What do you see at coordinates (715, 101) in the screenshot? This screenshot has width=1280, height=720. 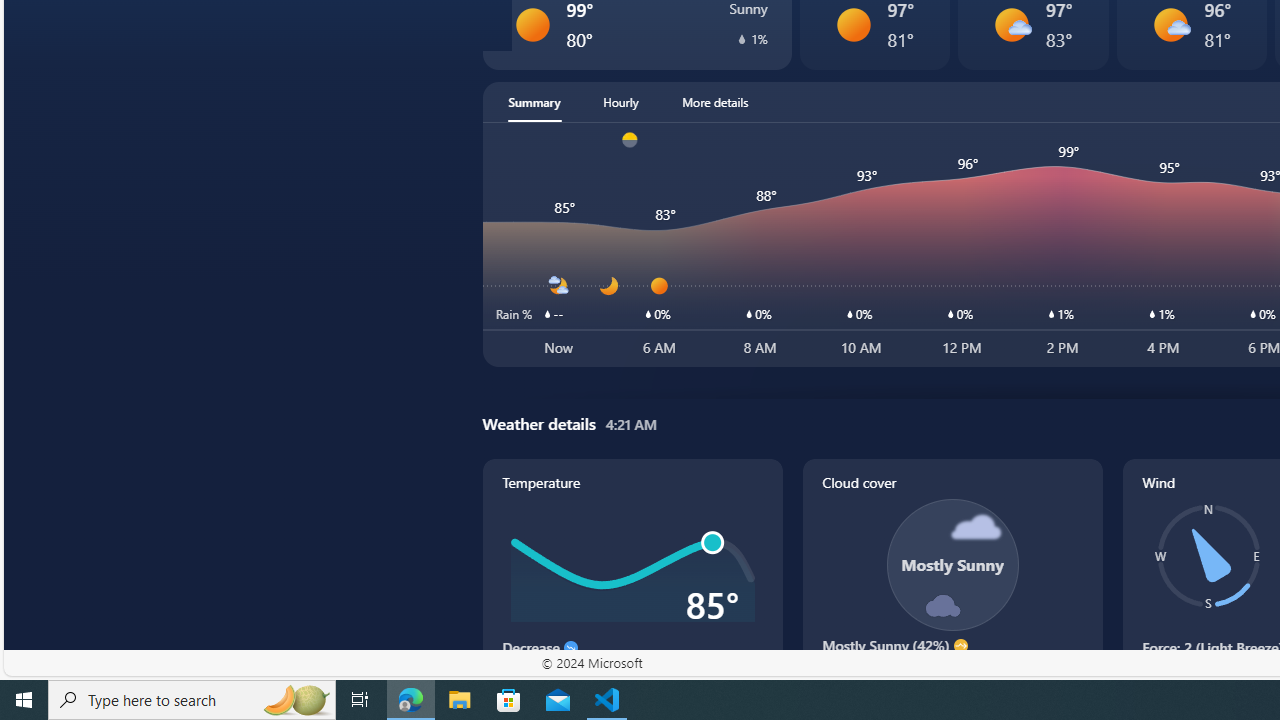 I see `'More details'` at bounding box center [715, 101].